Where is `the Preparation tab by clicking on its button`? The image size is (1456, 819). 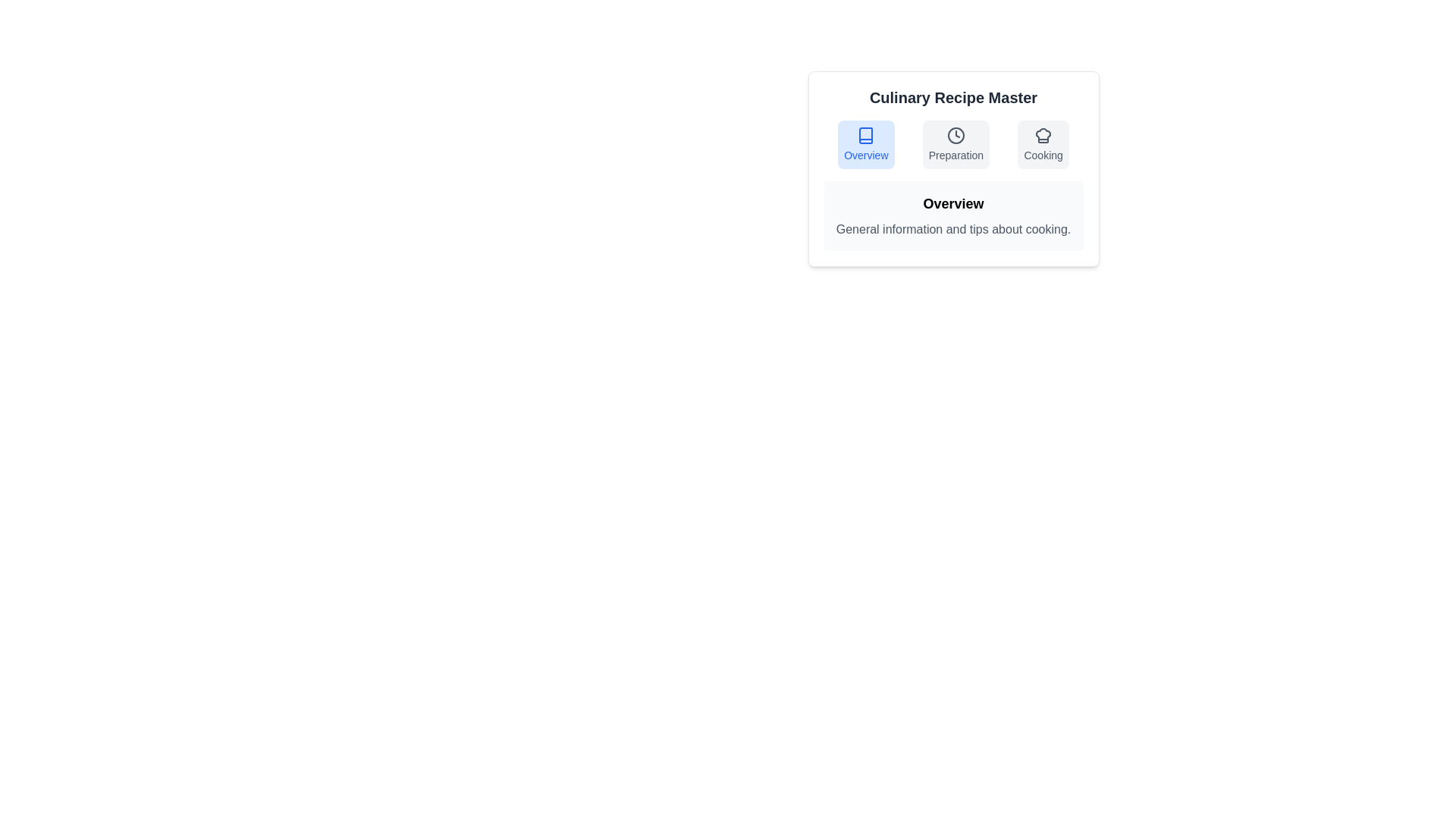
the Preparation tab by clicking on its button is located at coordinates (955, 145).